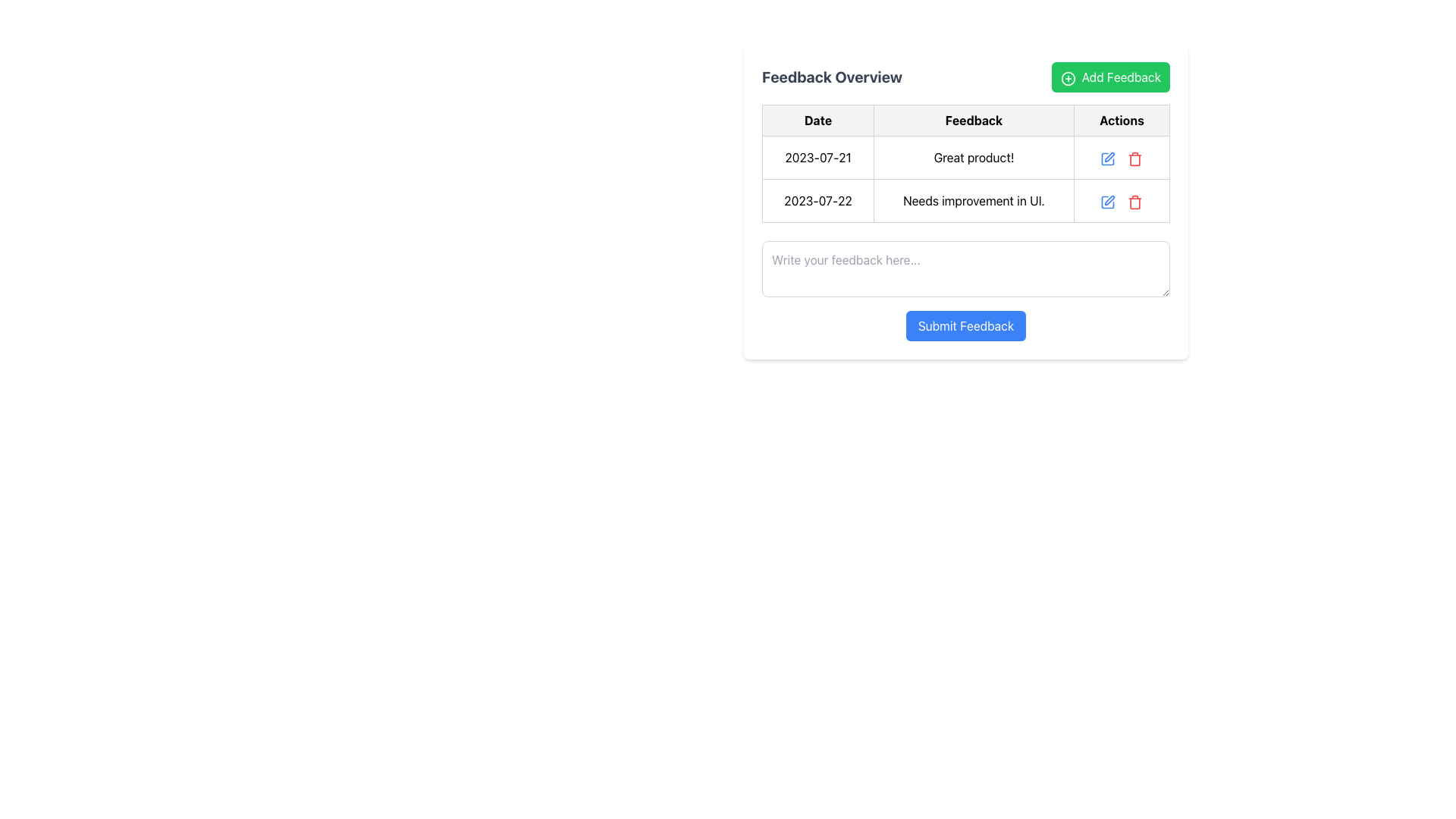 This screenshot has width=1456, height=819. Describe the element at coordinates (974, 158) in the screenshot. I see `the feedback text display in the 'Feedback Overview' table, positioned in the second column of the first row` at that location.